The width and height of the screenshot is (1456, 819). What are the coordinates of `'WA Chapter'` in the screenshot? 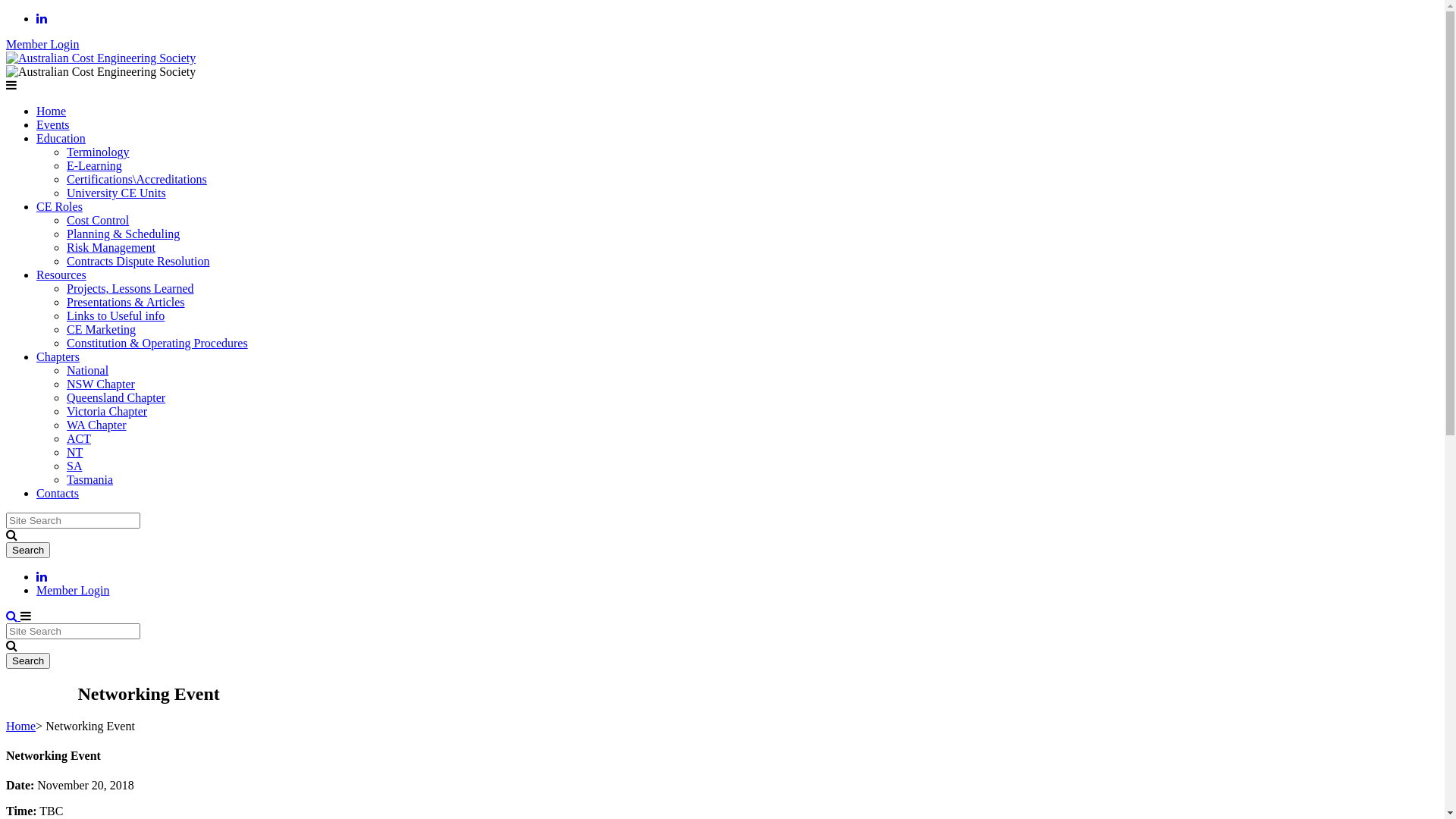 It's located at (65, 425).